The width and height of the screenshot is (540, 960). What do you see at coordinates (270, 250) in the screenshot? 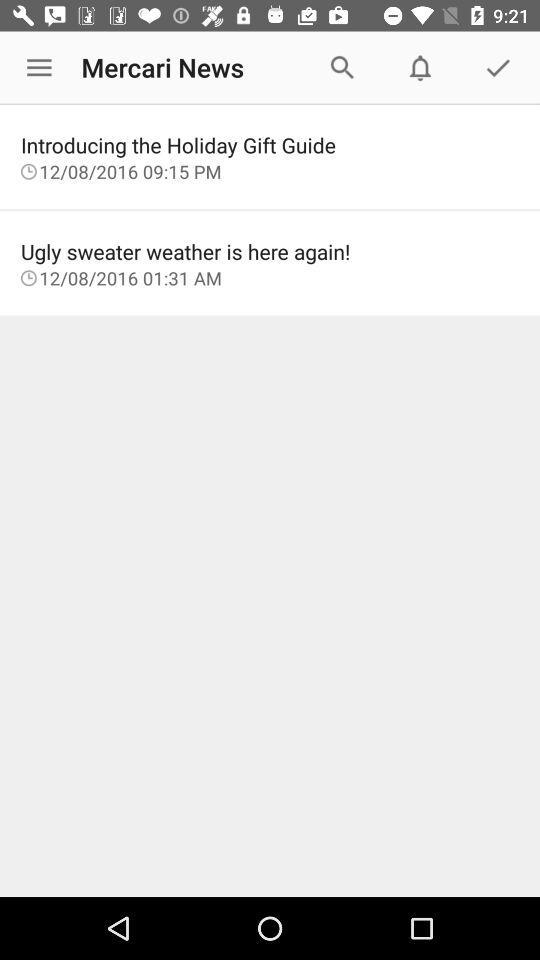
I see `the item above the 12 08 2016 item` at bounding box center [270, 250].